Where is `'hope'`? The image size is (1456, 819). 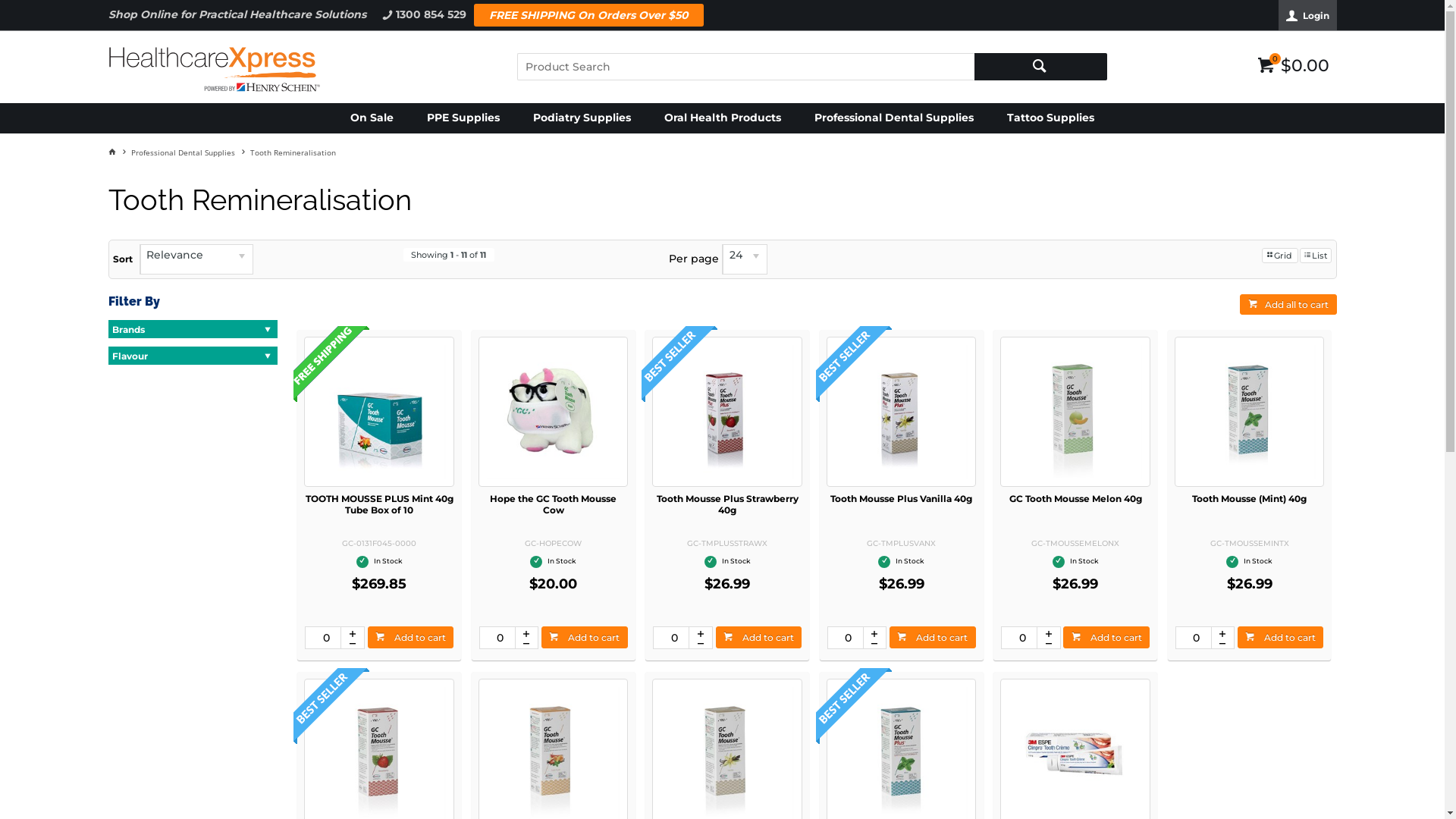
'hope' is located at coordinates (552, 411).